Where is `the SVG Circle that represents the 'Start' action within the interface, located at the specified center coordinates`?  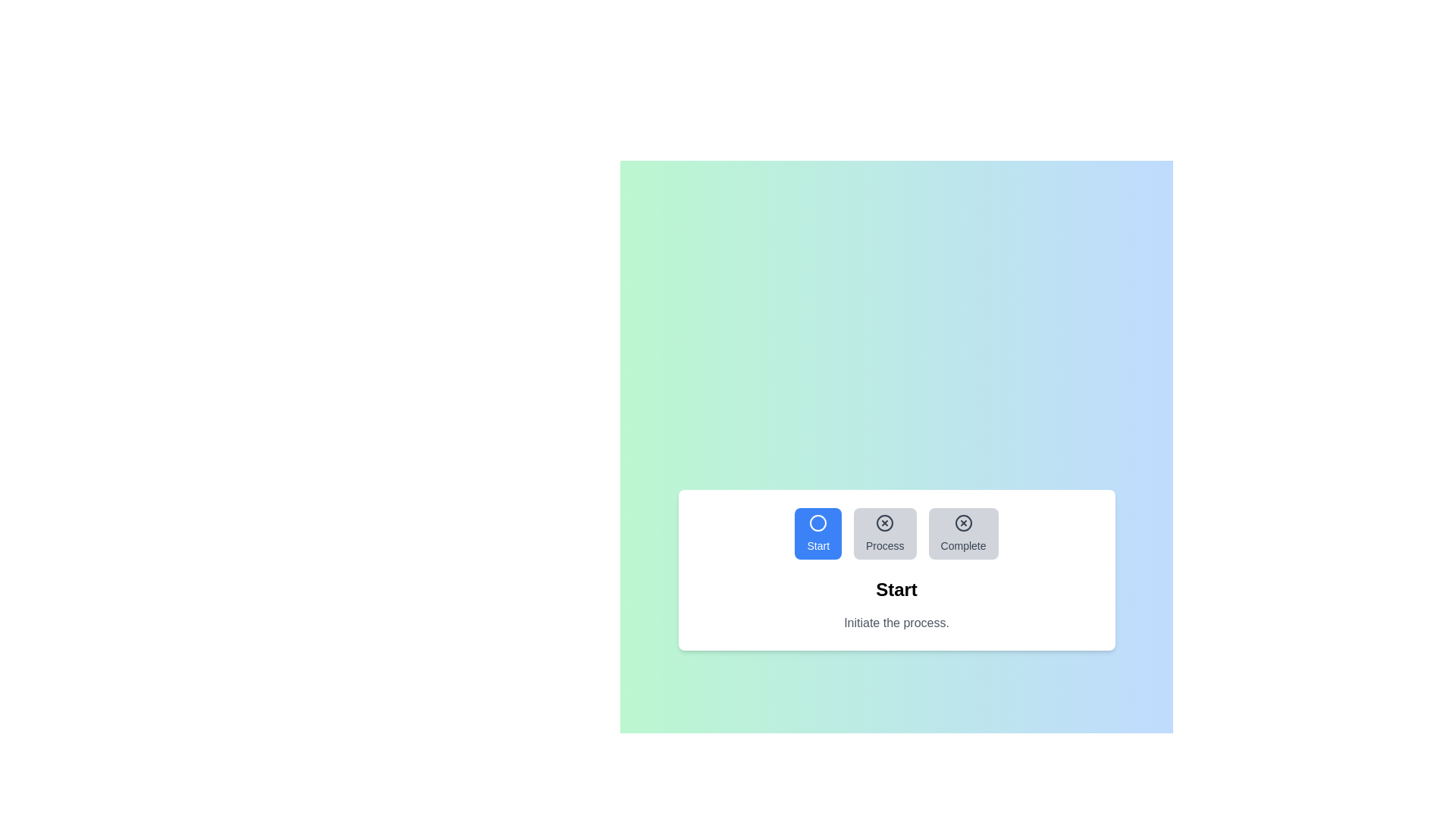
the SVG Circle that represents the 'Start' action within the interface, located at the specified center coordinates is located at coordinates (817, 522).